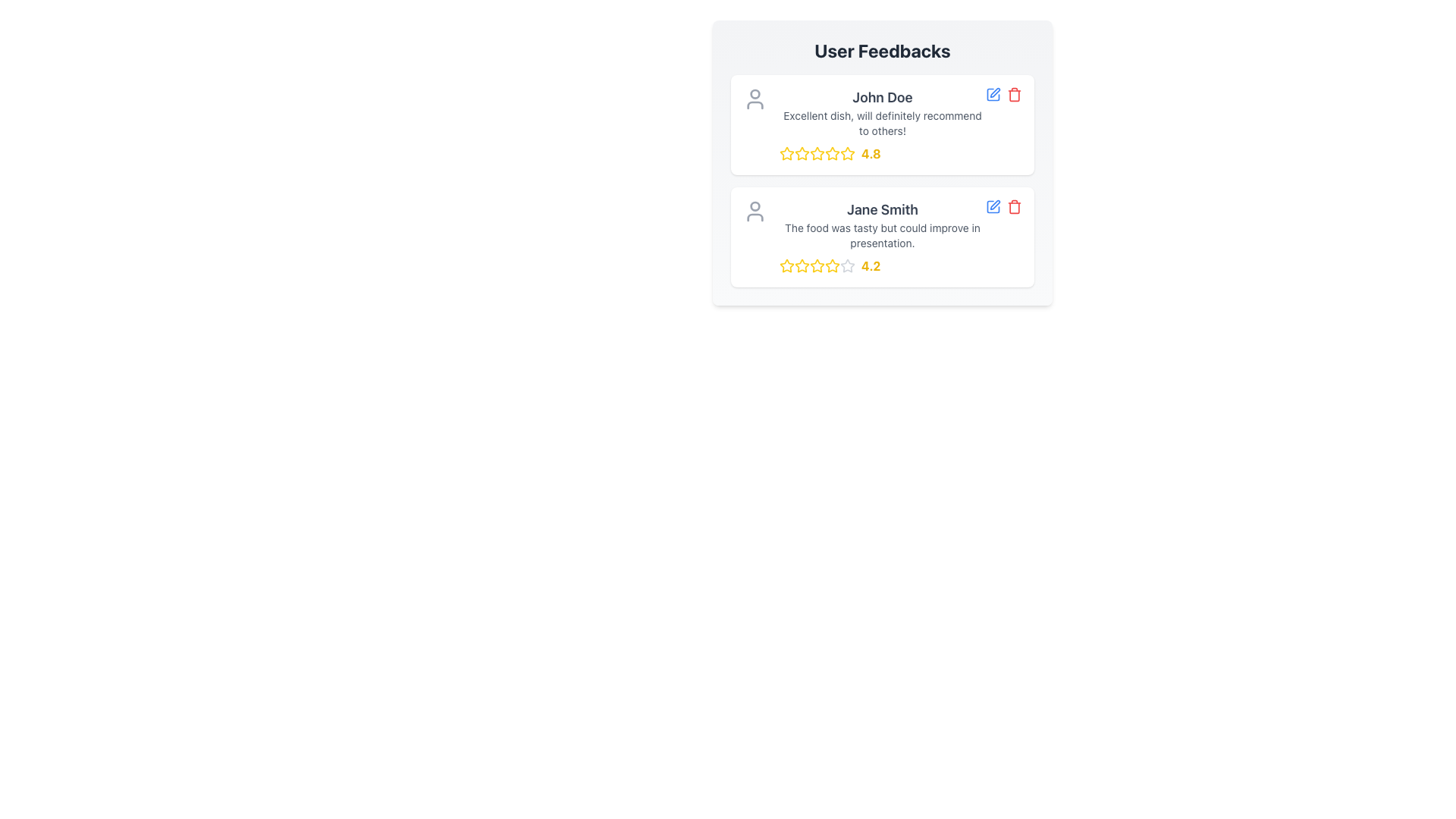 This screenshot has width=1456, height=819. I want to click on the avatar icon representing user 'John Doe', located in the top-left corner of the feedback card next to the text 'Excellent dish, will definitely recommend to others!', so click(755, 99).